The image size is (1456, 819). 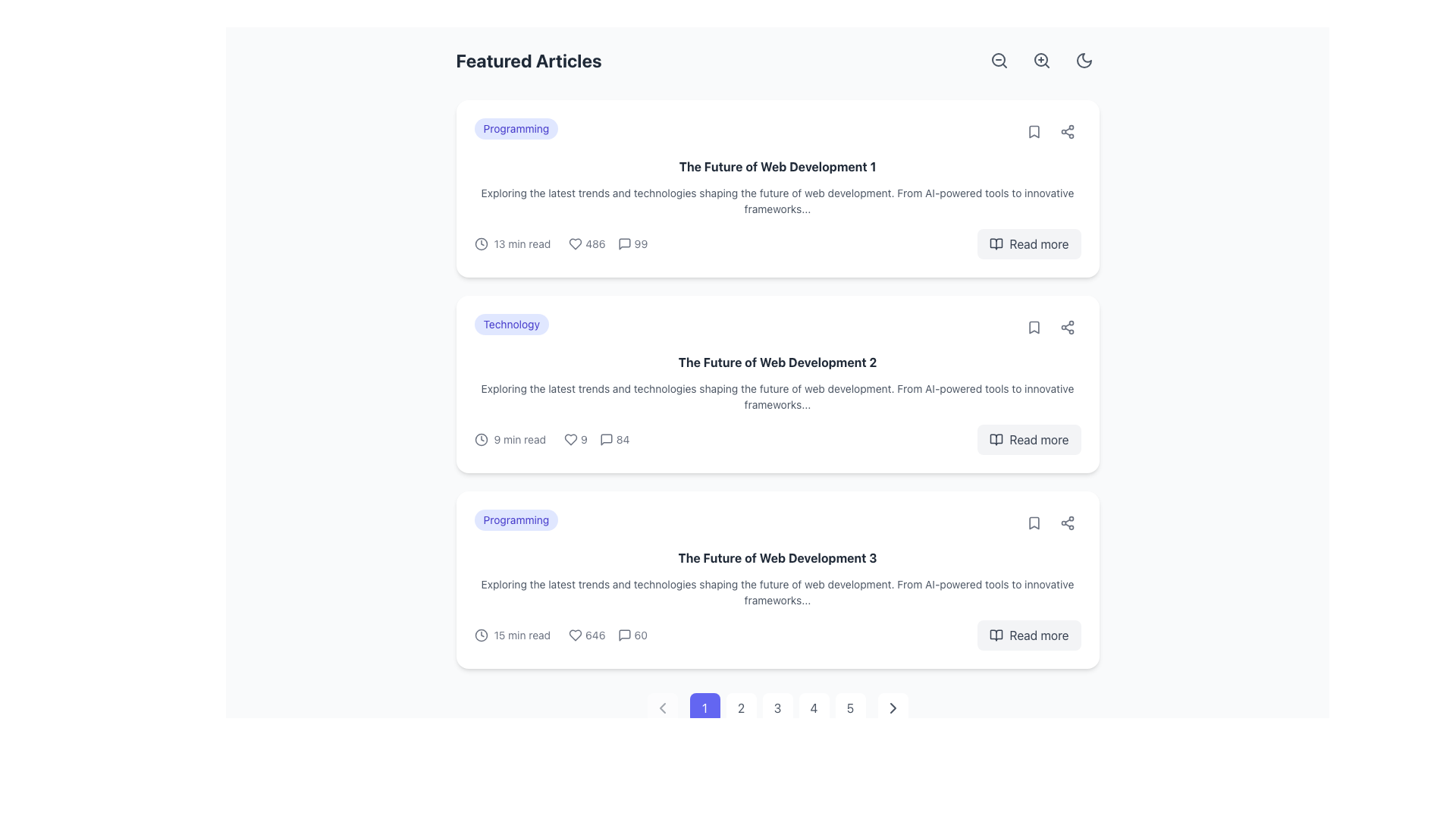 What do you see at coordinates (624, 635) in the screenshot?
I see `speech bubble icon, which serves as a visual indicator for comments or discussions, located at the lower-right corner of 'The Future of Web Development 3' card` at bounding box center [624, 635].